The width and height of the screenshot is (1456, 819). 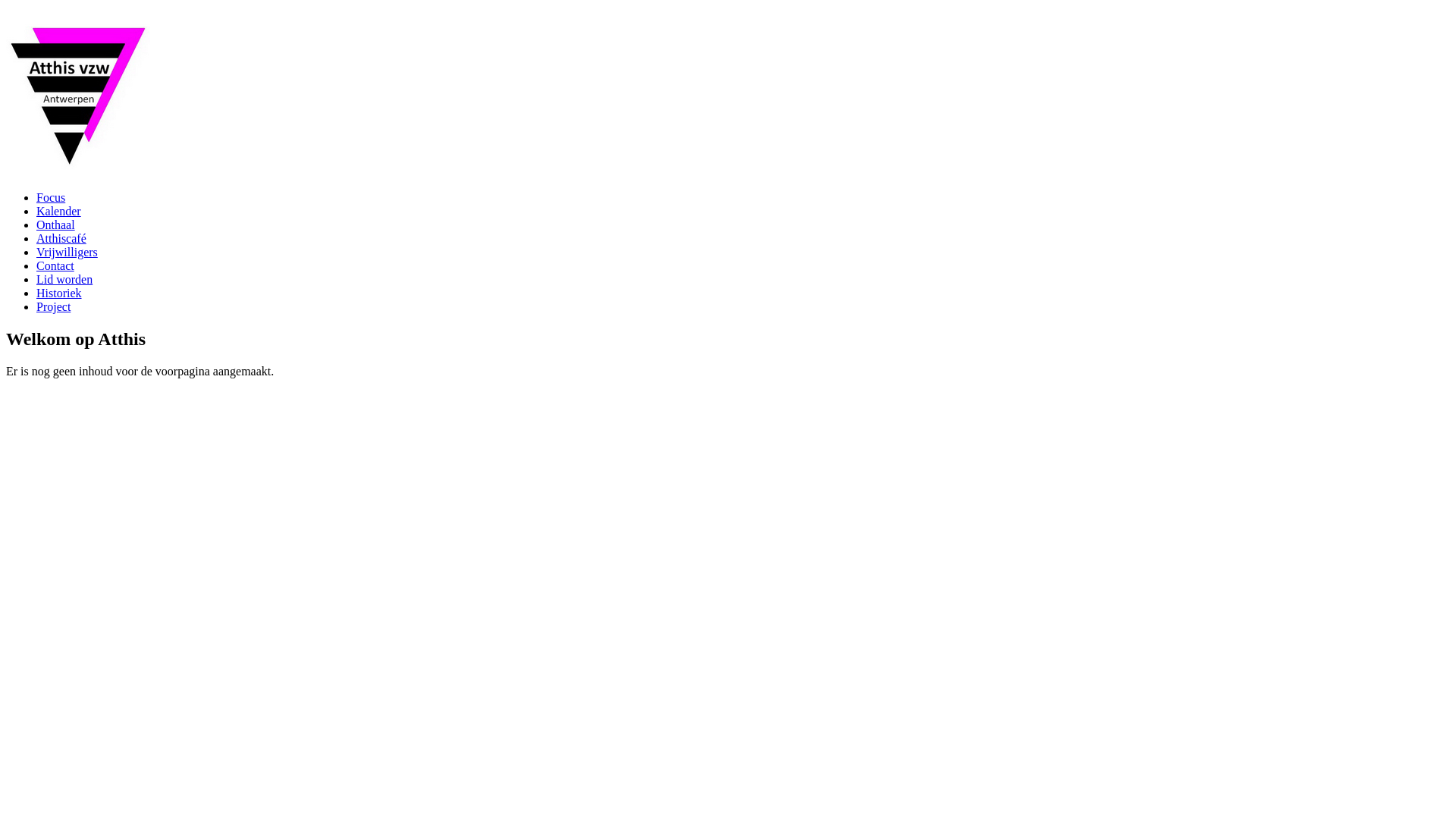 What do you see at coordinates (36, 306) in the screenshot?
I see `'Project'` at bounding box center [36, 306].